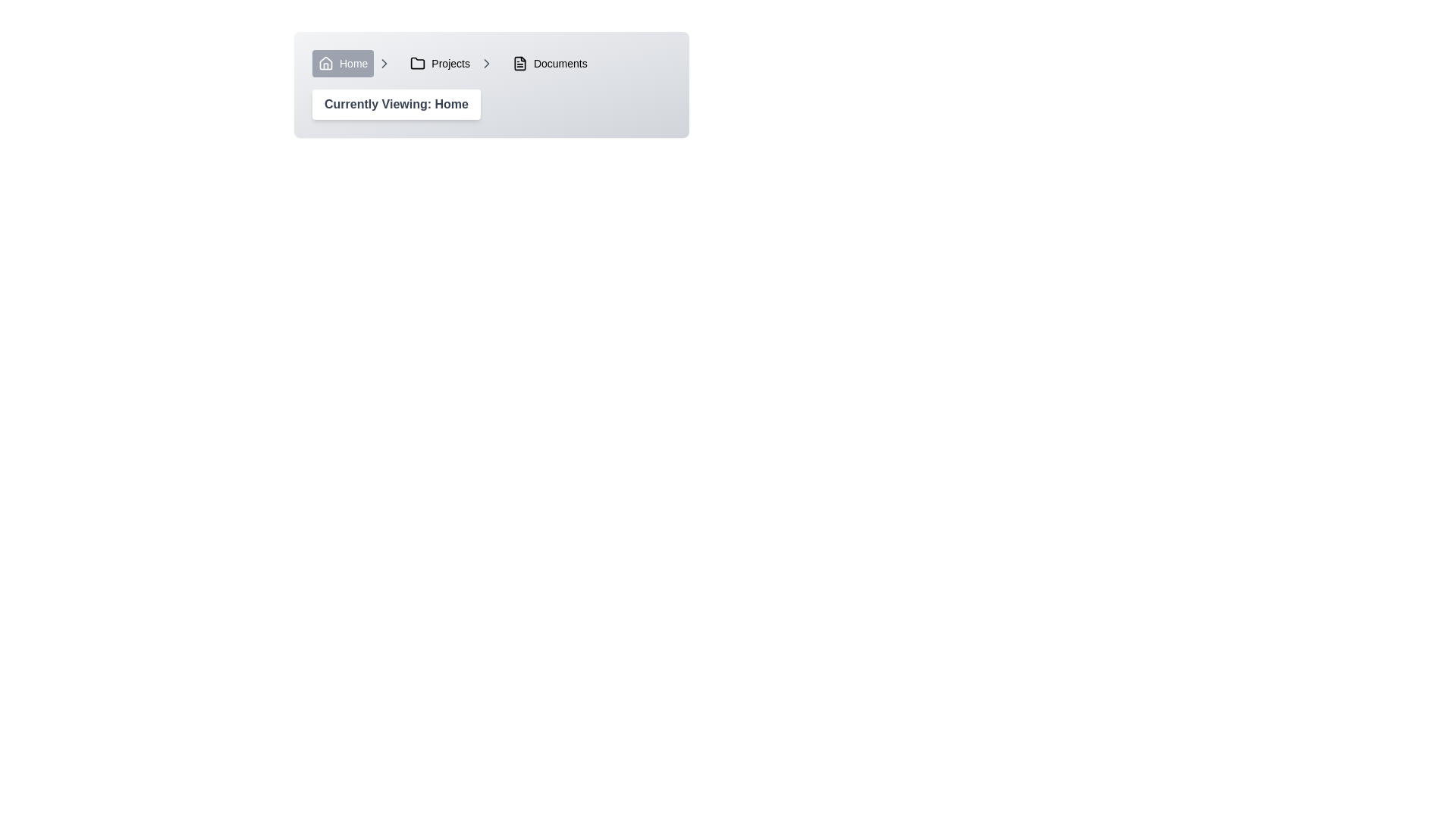  I want to click on the chevron icon in the breadcrumb navigation bar that separates 'Projects' and 'Documents', so click(384, 63).